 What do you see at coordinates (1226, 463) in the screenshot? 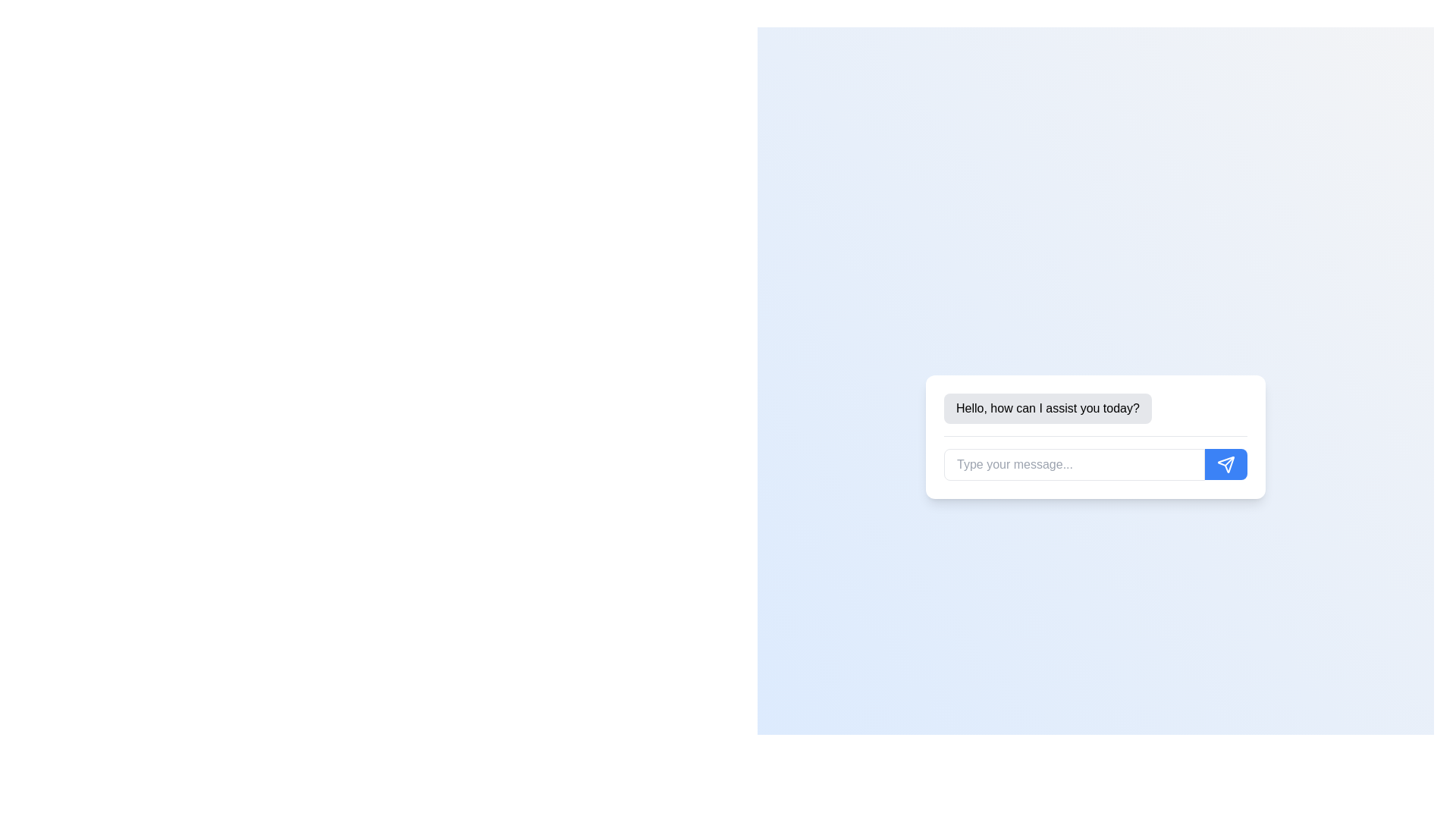
I see `the paper airplane icon, which is part of a blue rounded rectangular button located in the lower-right section of the chat input box` at bounding box center [1226, 463].